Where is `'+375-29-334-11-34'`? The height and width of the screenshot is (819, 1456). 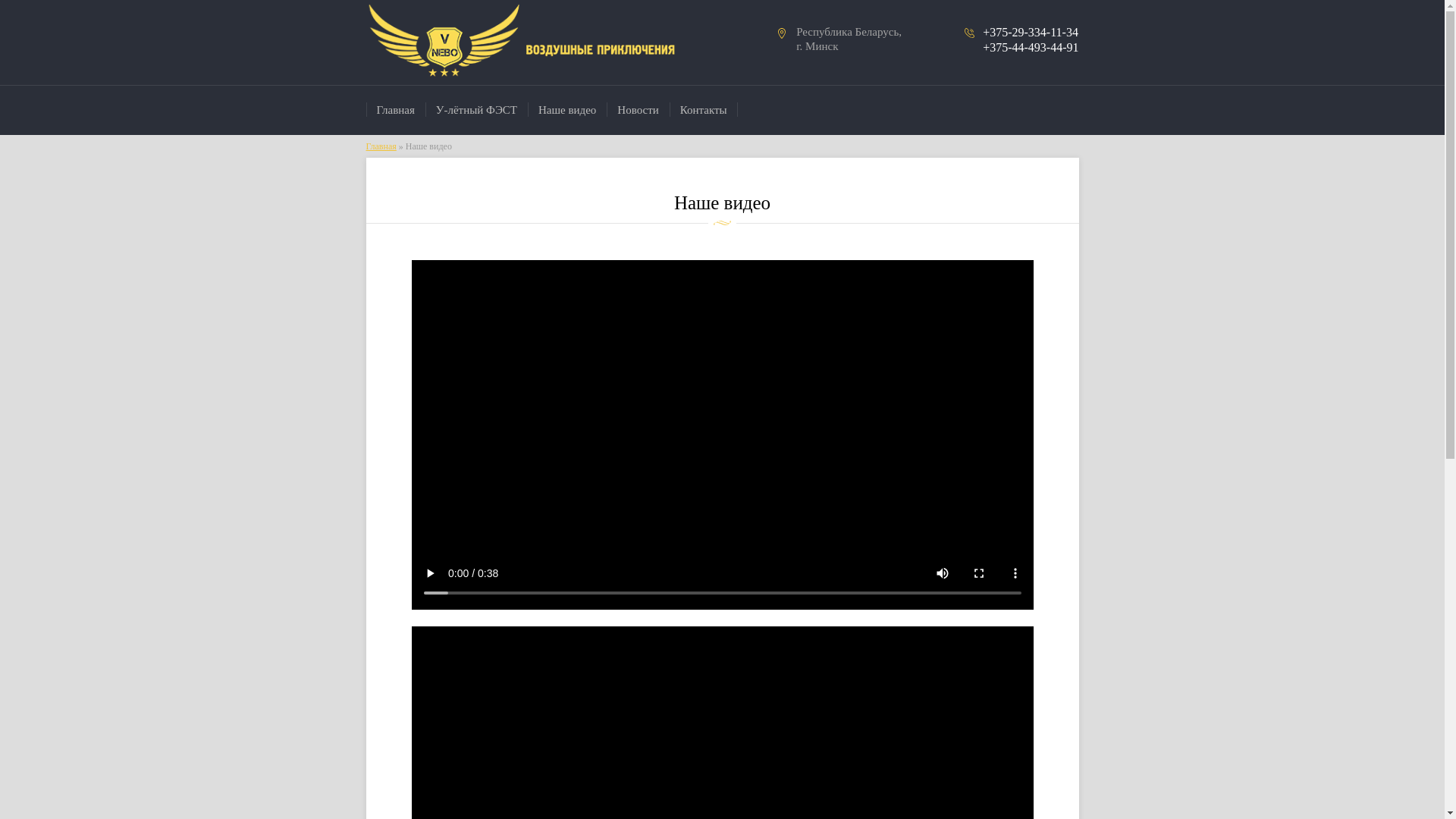 '+375-29-334-11-34' is located at coordinates (1030, 32).